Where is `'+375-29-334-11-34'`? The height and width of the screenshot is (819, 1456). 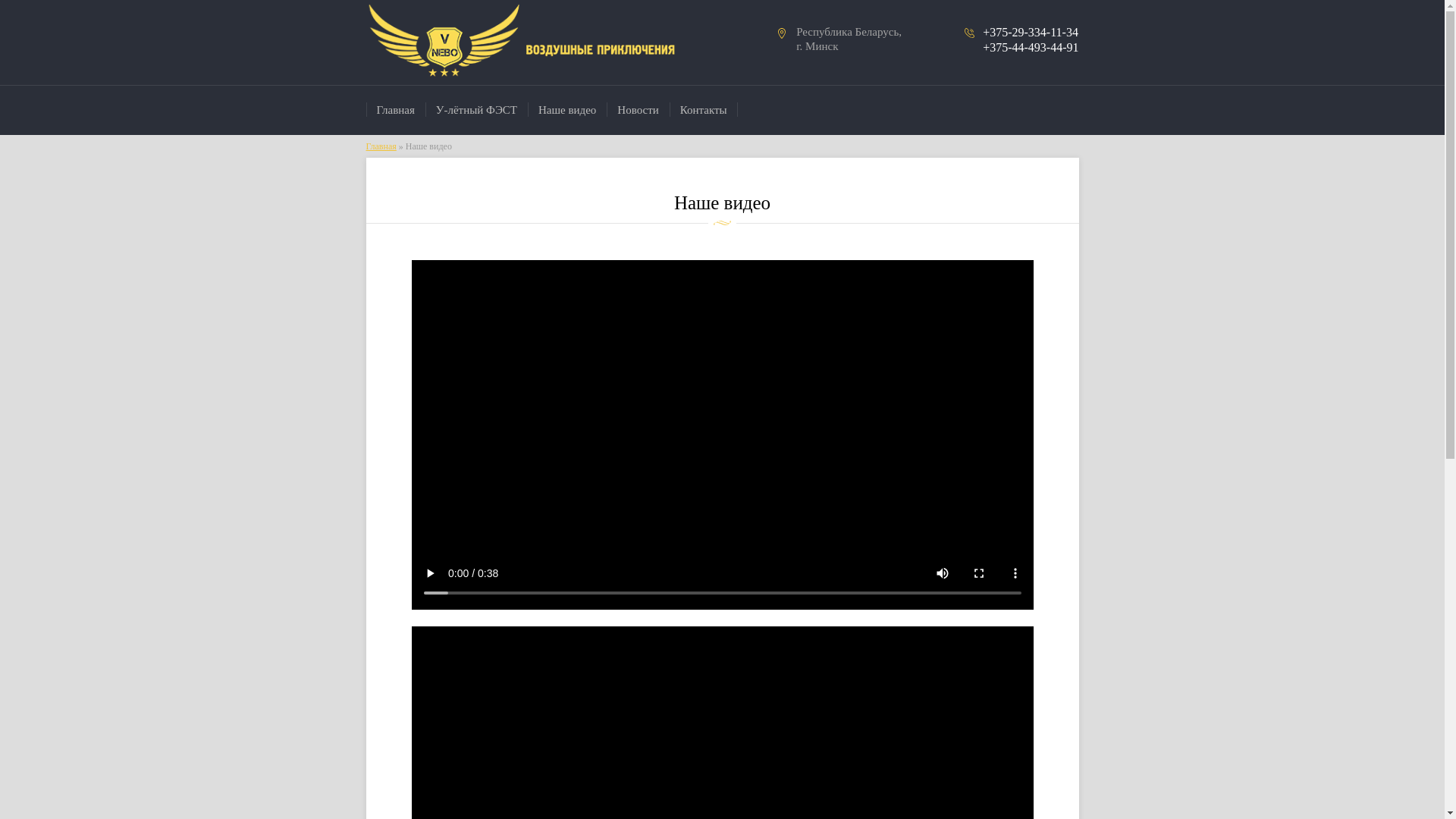 '+375-29-334-11-34' is located at coordinates (1030, 32).